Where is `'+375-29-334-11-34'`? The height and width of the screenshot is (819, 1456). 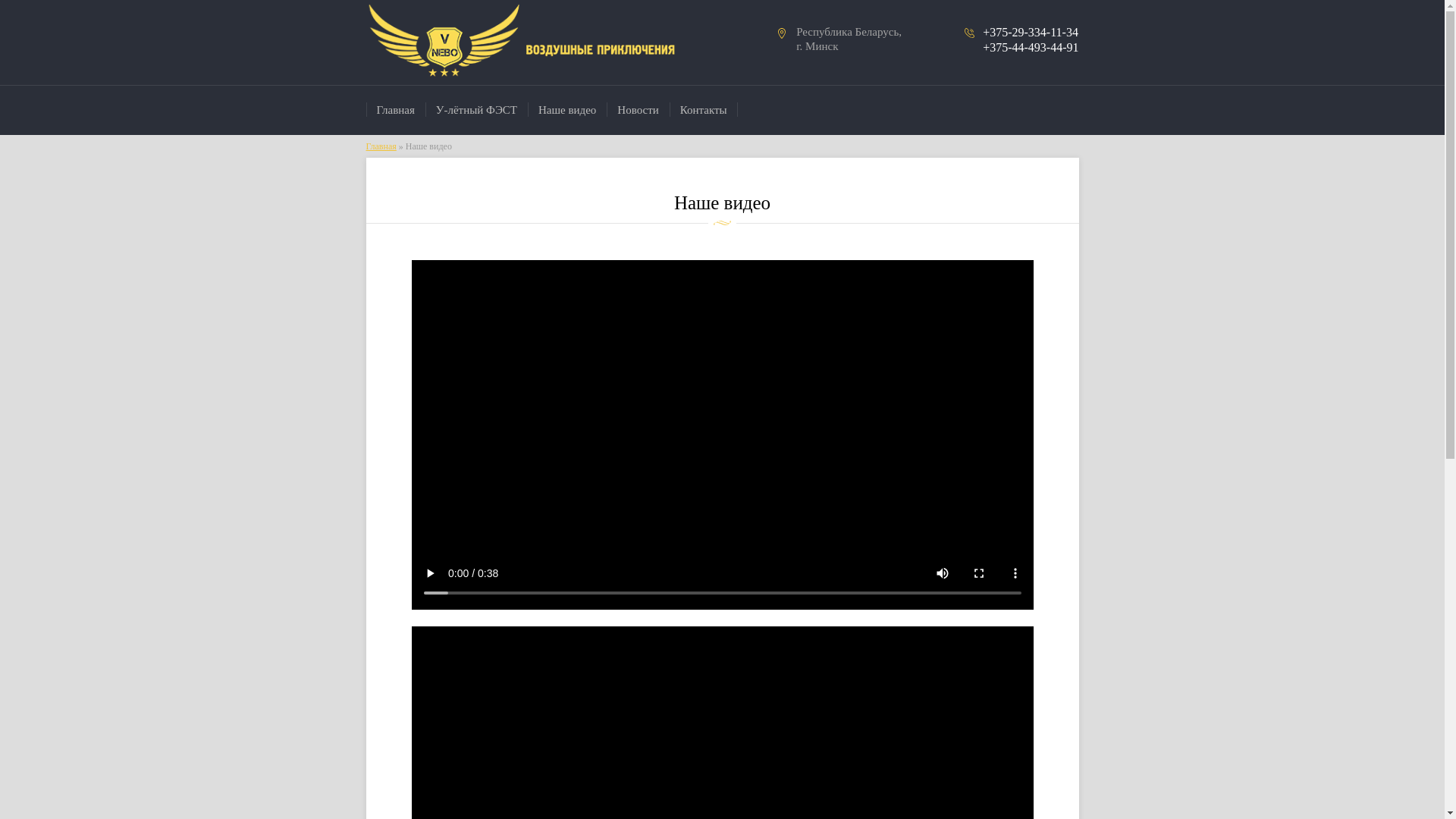 '+375-29-334-11-34' is located at coordinates (1030, 32).